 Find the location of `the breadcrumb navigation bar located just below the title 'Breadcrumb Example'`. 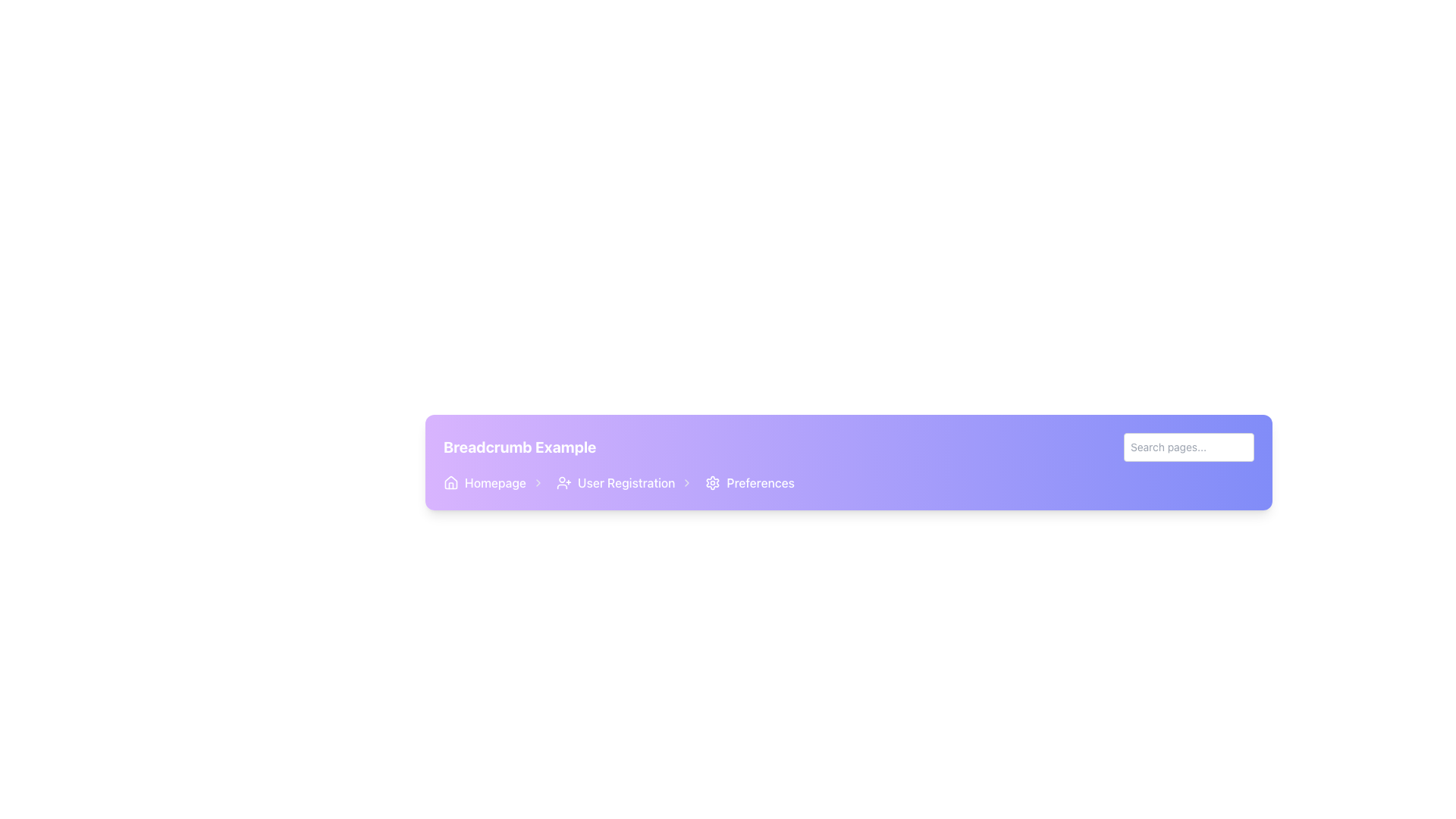

the breadcrumb navigation bar located just below the title 'Breadcrumb Example' is located at coordinates (619, 482).